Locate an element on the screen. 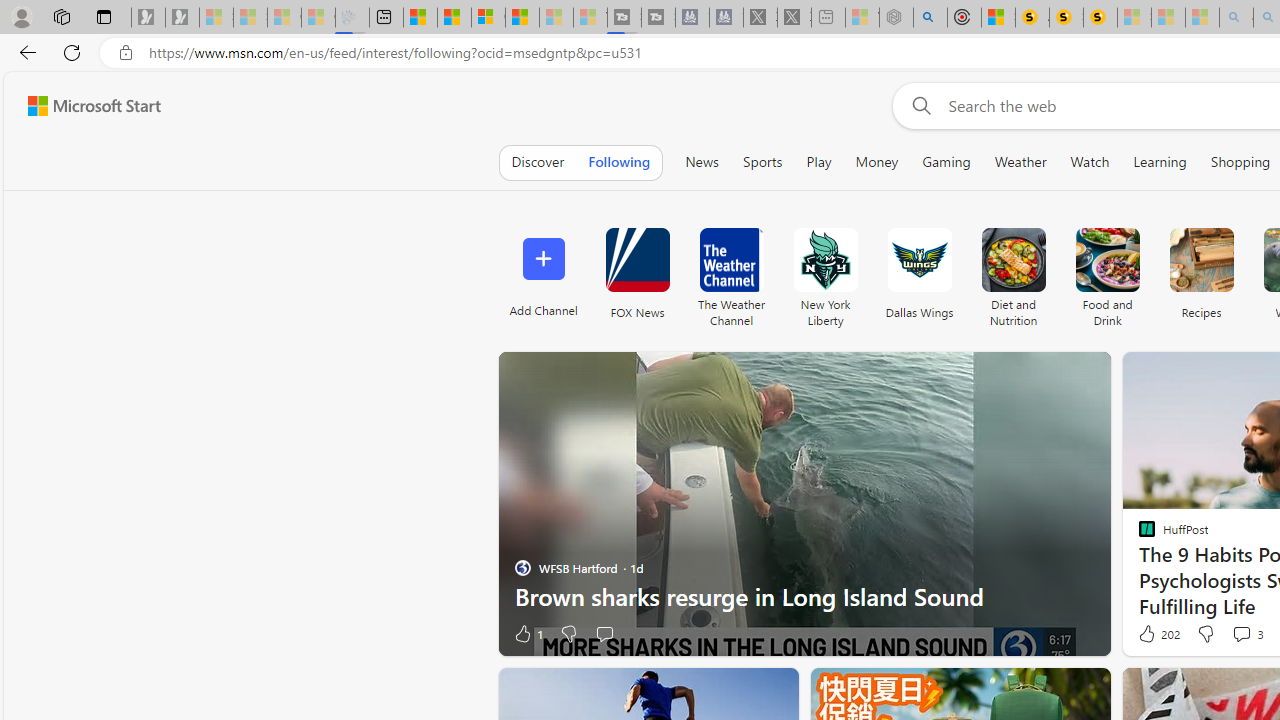 The height and width of the screenshot is (720, 1280). 'Microsoft Start - Sleeping' is located at coordinates (556, 17).